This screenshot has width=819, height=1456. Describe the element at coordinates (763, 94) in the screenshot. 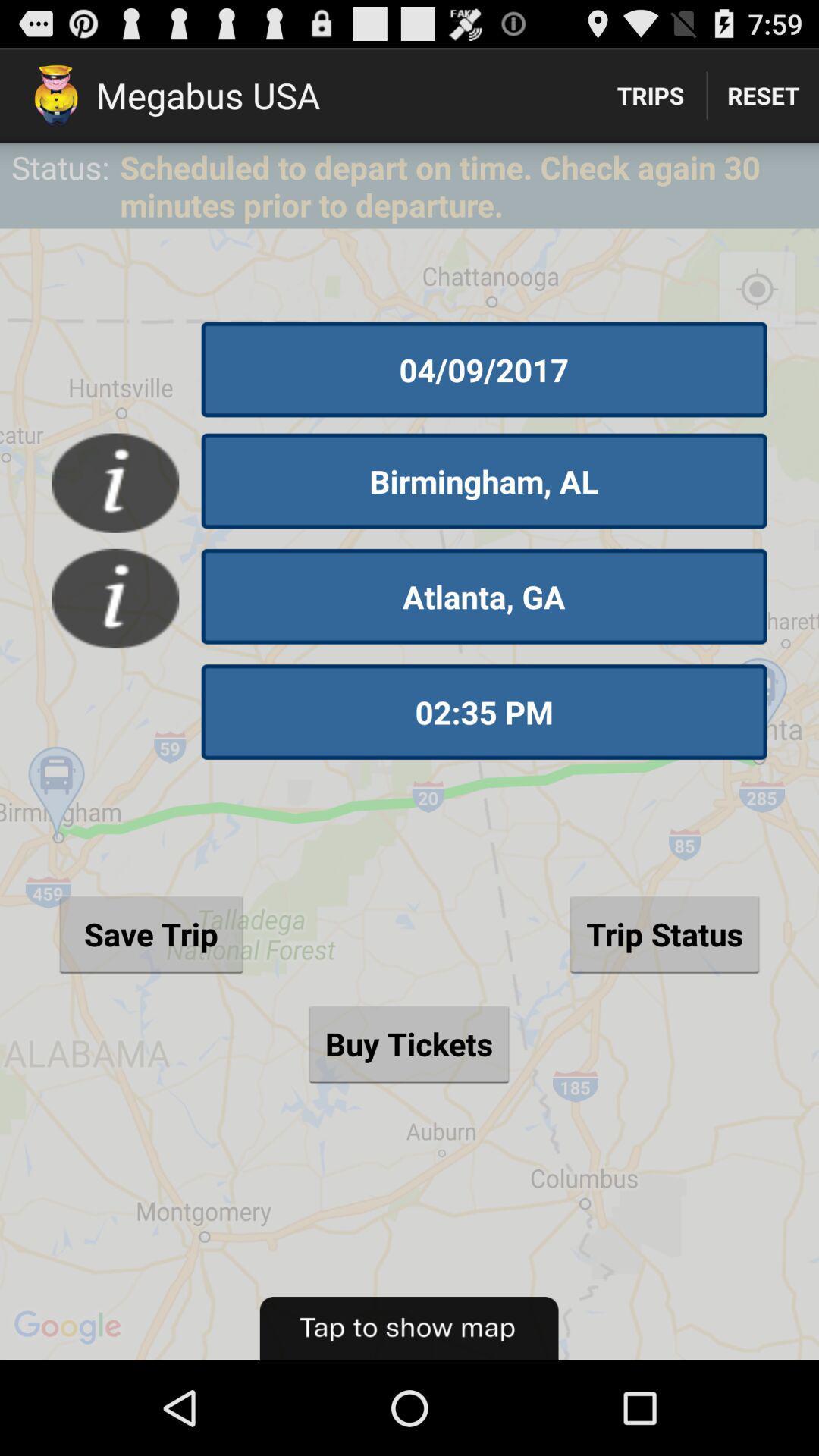

I see `reset icon` at that location.